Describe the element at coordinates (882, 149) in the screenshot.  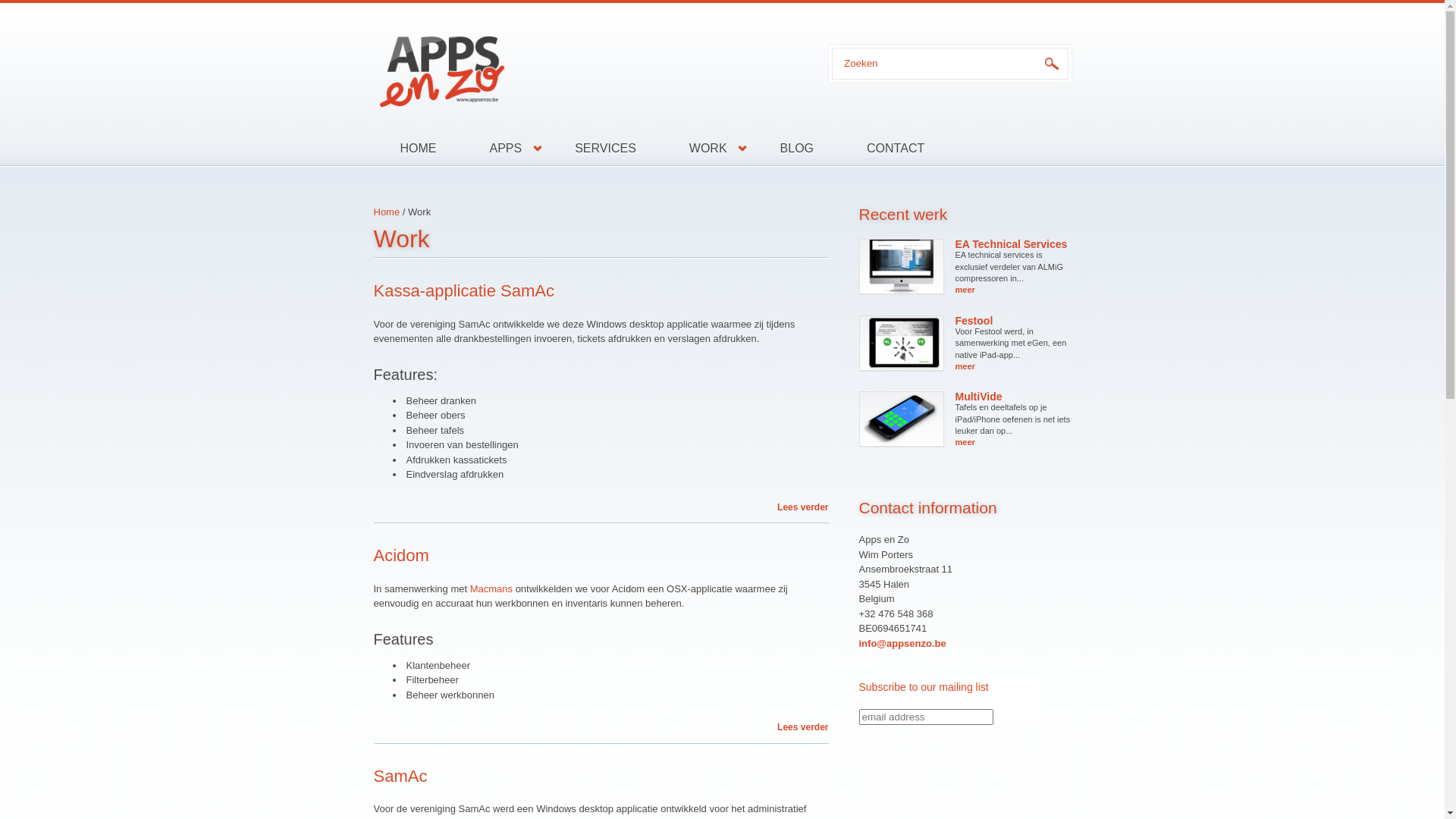
I see `'CONTACT'` at that location.